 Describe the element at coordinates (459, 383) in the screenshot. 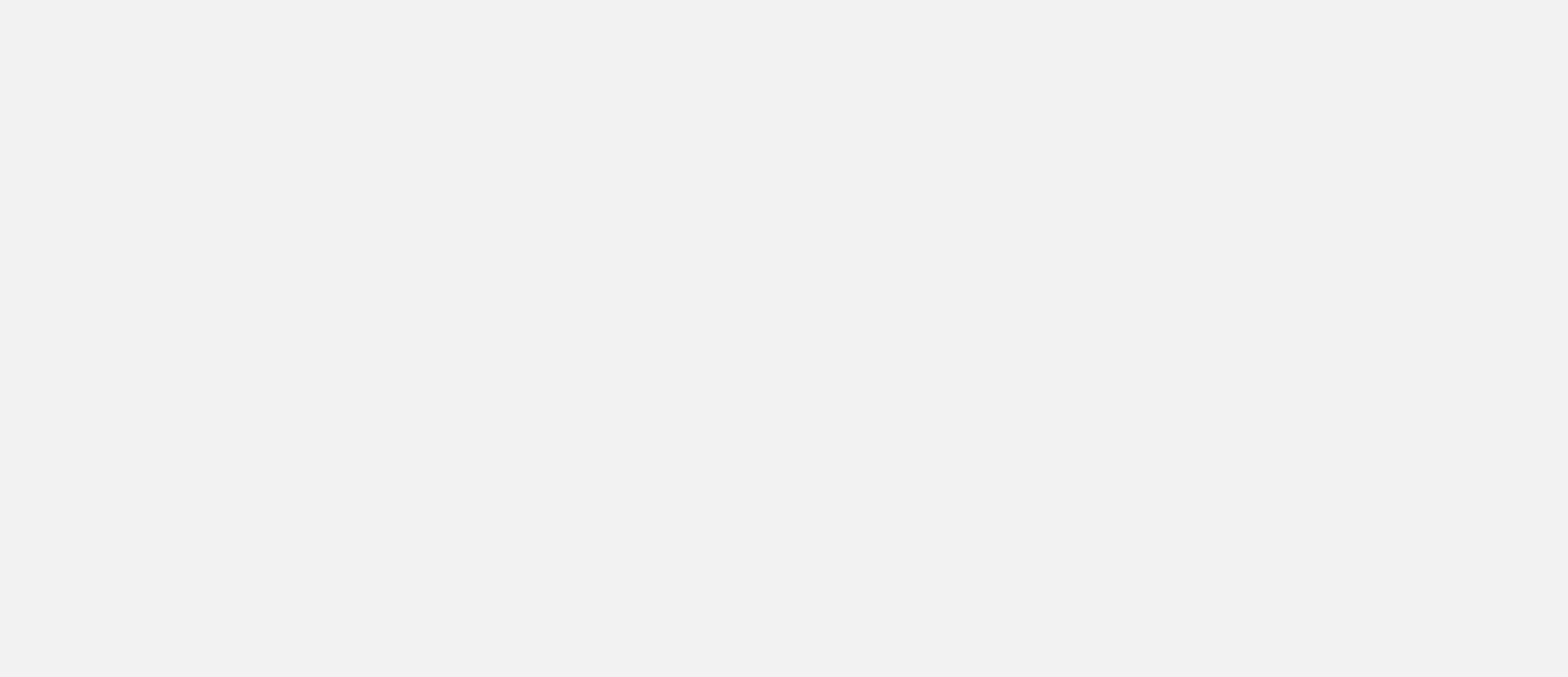

I see `'Leave a reply'` at that location.